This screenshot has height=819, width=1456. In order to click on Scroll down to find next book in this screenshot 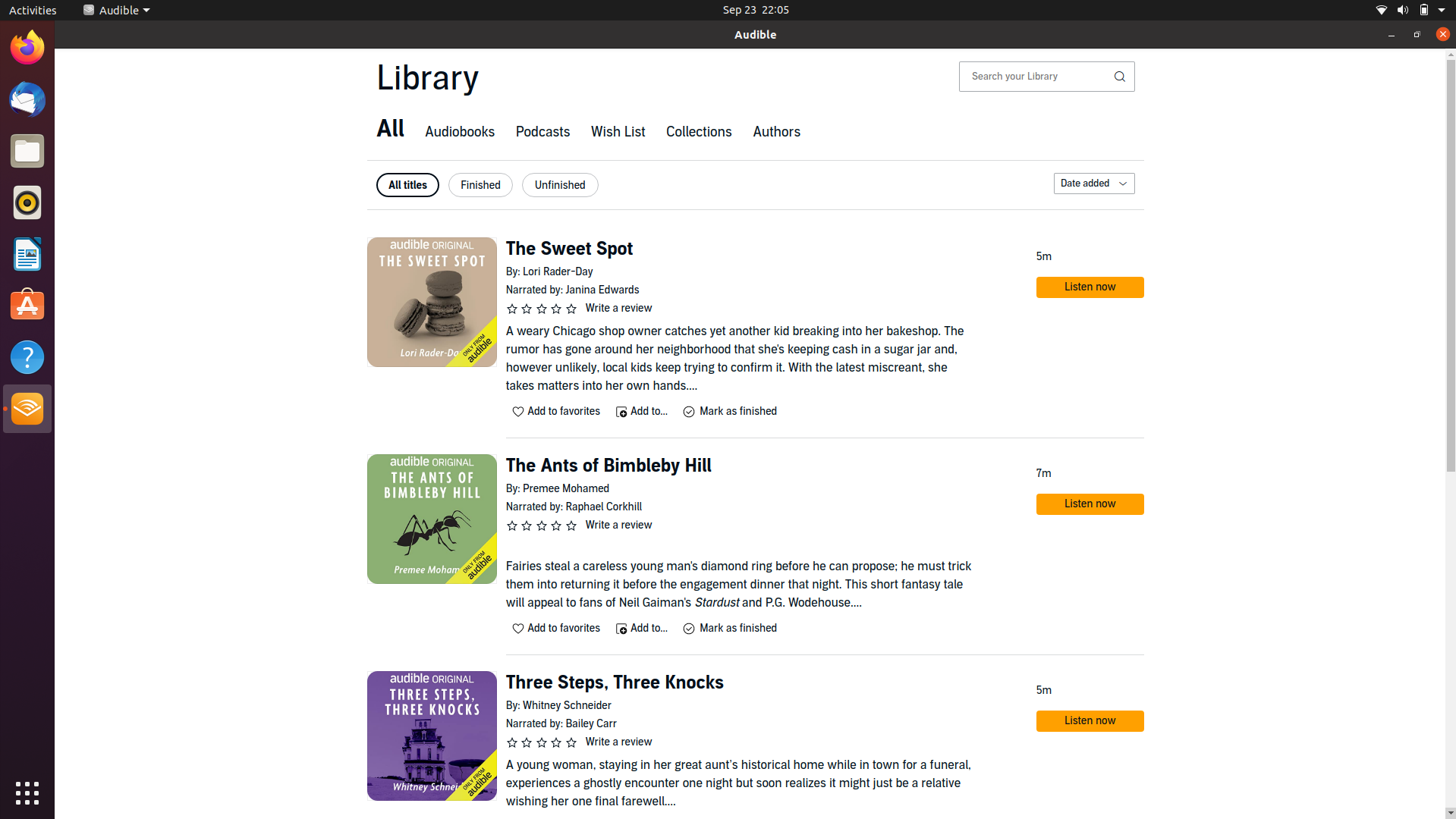, I will do `click(1448720, 468877)`.